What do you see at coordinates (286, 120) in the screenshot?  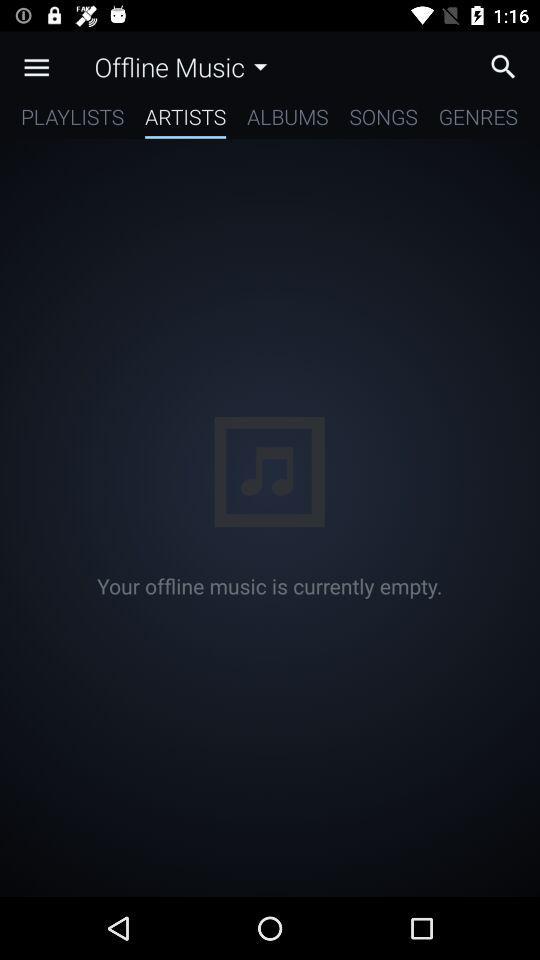 I see `the app to the right of artists item` at bounding box center [286, 120].